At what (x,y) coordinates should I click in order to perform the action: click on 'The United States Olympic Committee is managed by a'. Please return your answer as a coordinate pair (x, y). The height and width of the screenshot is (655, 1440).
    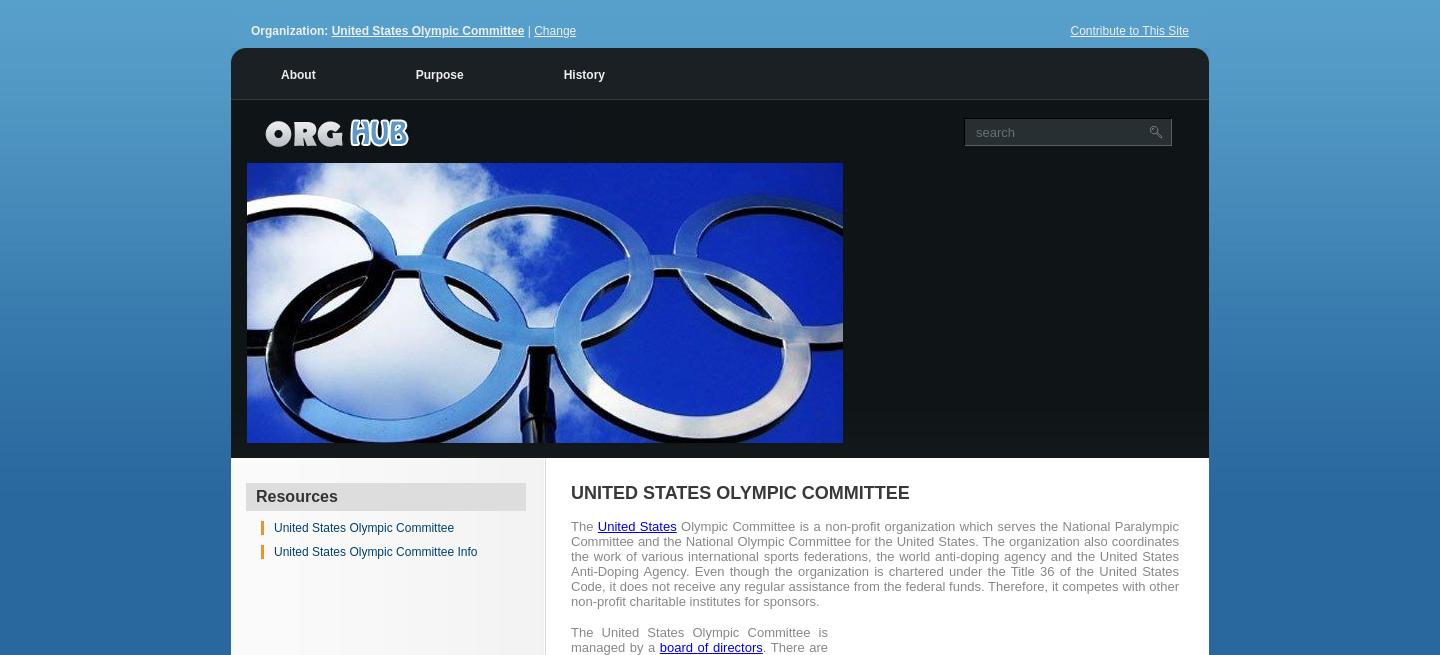
    Looking at the image, I should click on (699, 640).